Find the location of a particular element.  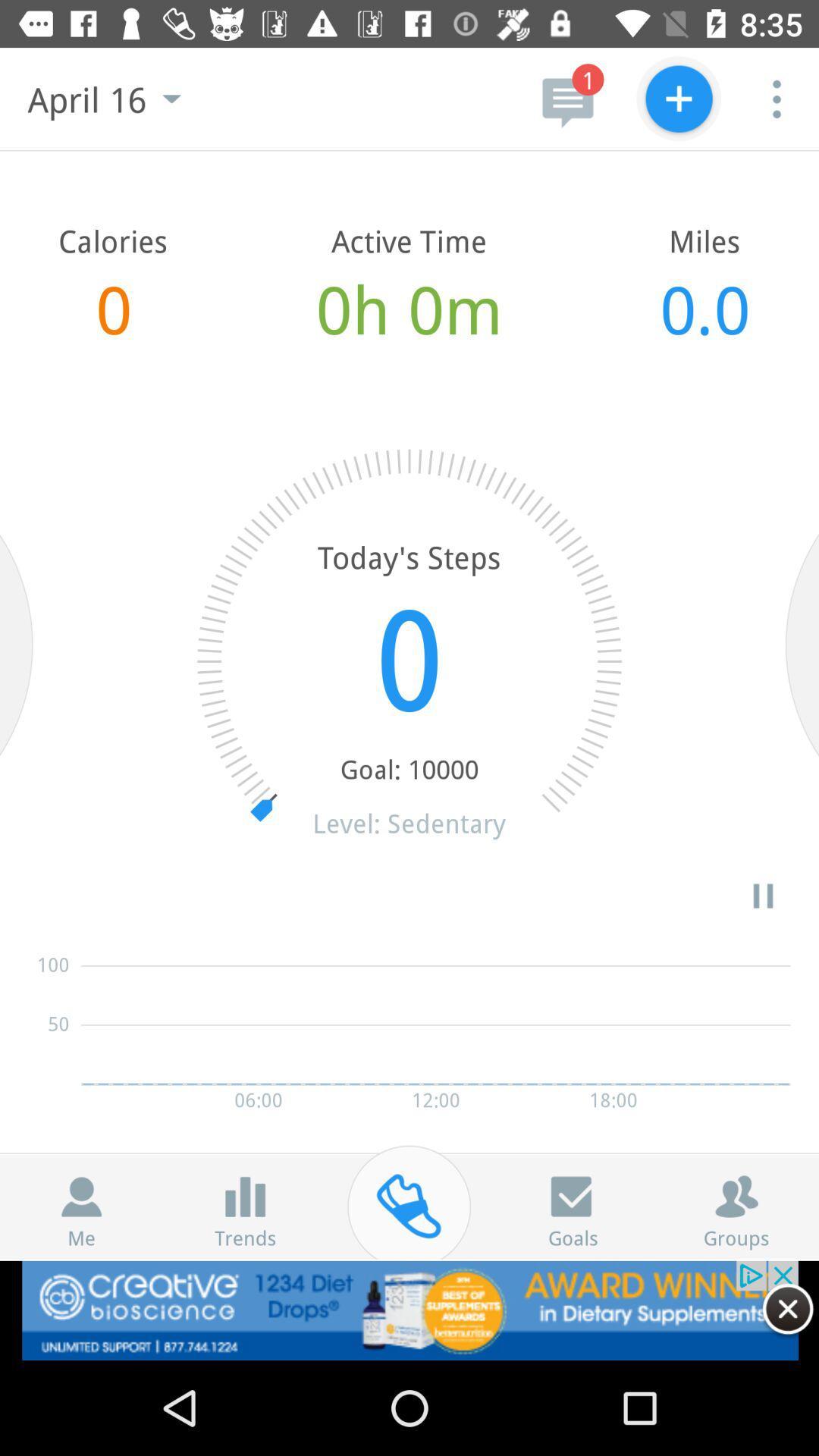

the close icon is located at coordinates (787, 1308).